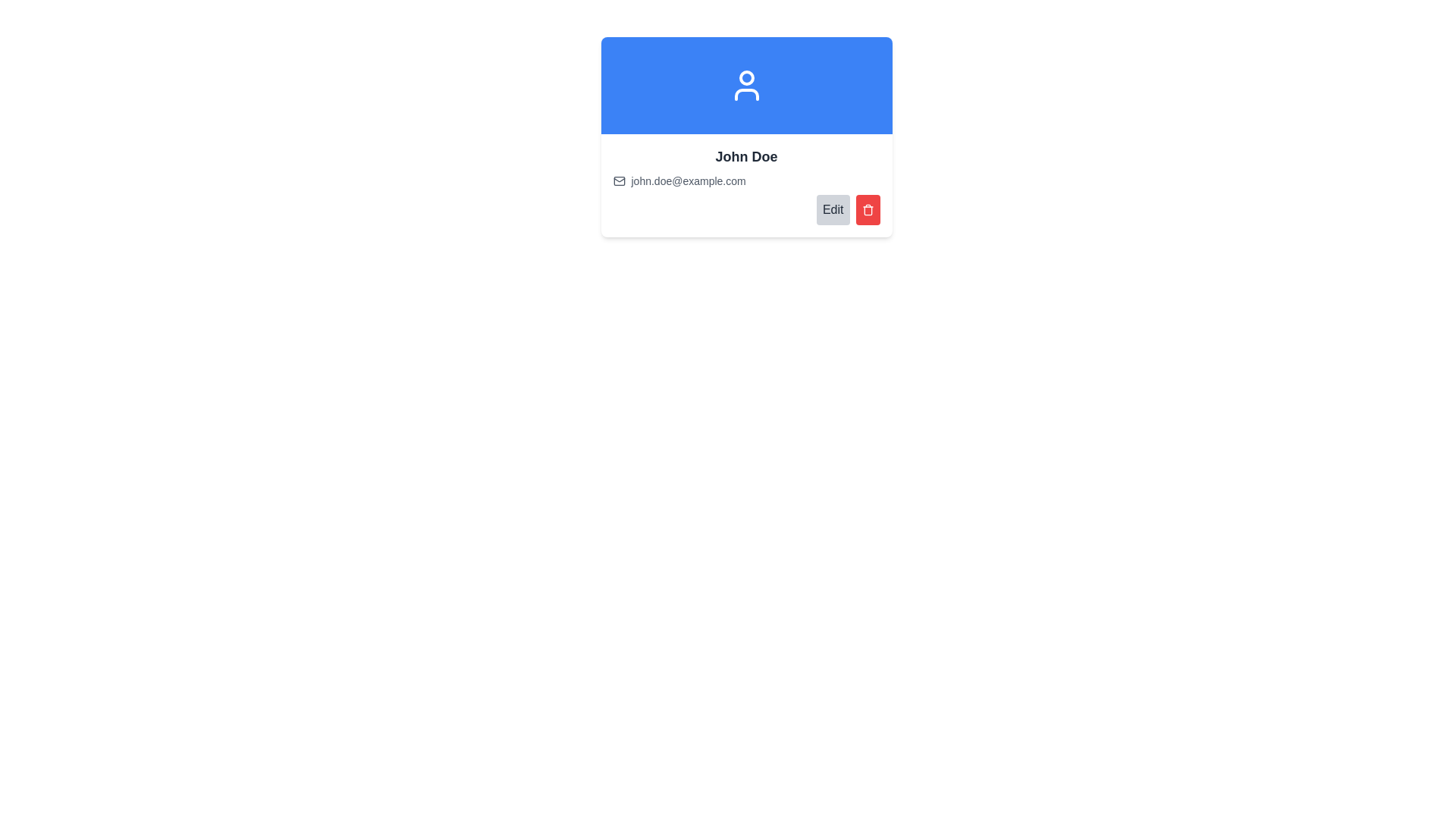 The width and height of the screenshot is (1456, 819). What do you see at coordinates (832, 210) in the screenshot?
I see `the 'Edit' button, which is a rectangular button with rounded corners, light gray background, and dark gray text, positioned as the leftmost button in a horizontal group of buttons` at bounding box center [832, 210].